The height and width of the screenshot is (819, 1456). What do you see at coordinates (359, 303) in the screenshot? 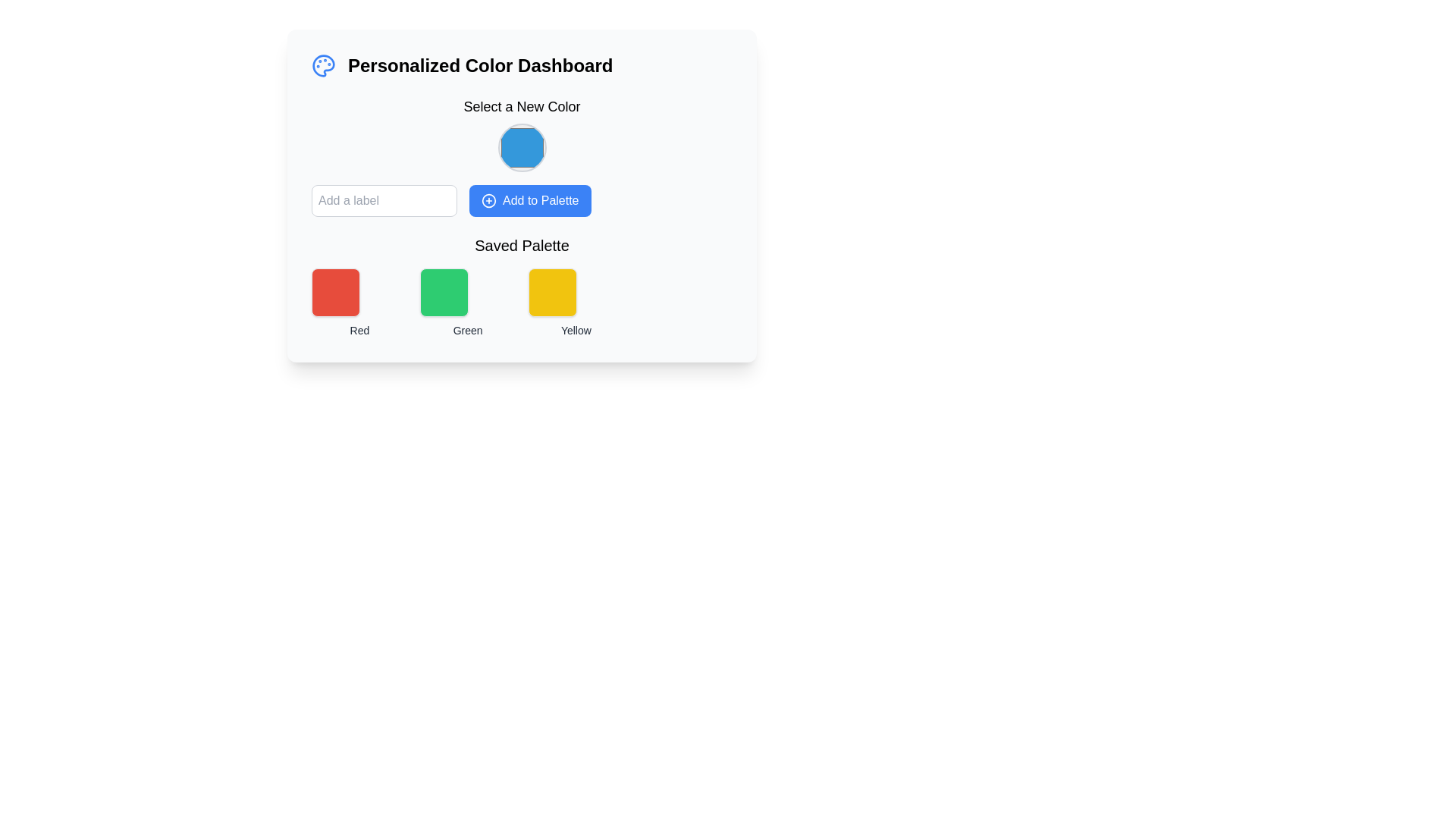
I see `the first Color Indicator Card` at bounding box center [359, 303].